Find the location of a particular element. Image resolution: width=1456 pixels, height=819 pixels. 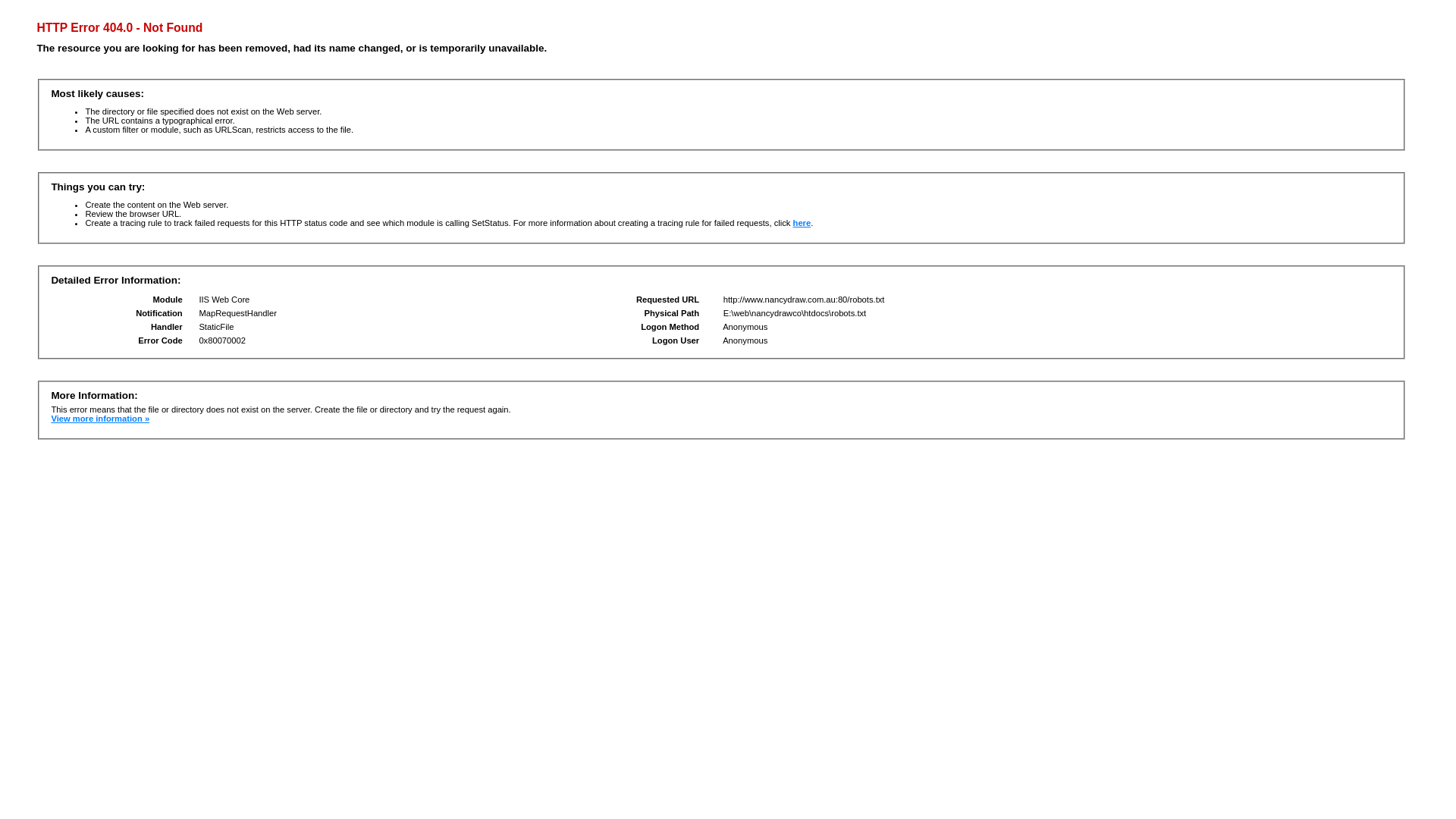

'here' is located at coordinates (801, 222).